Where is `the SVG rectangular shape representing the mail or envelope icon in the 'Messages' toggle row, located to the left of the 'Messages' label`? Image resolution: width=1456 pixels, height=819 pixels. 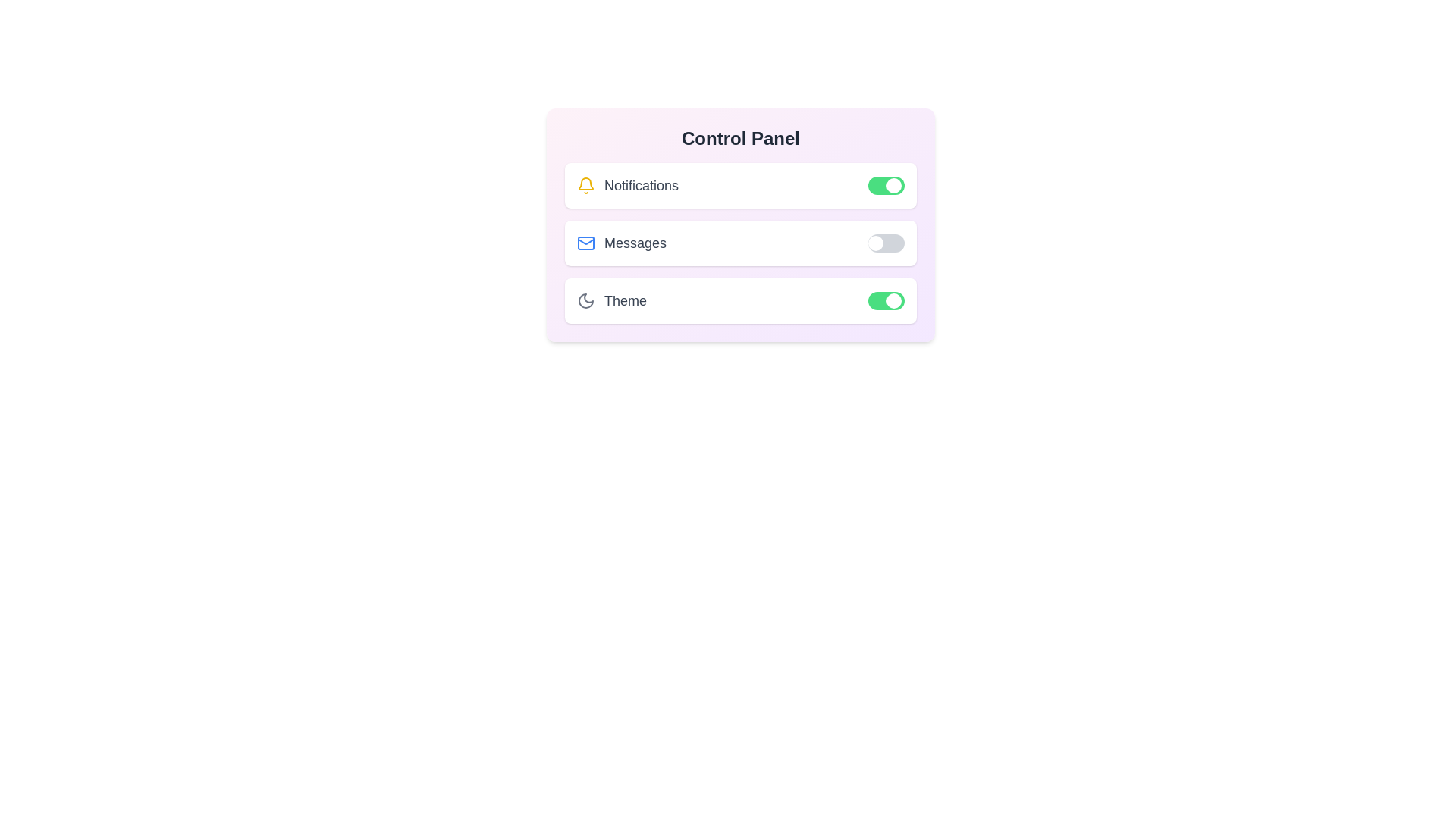
the SVG rectangular shape representing the mail or envelope icon in the 'Messages' toggle row, located to the left of the 'Messages' label is located at coordinates (585, 242).